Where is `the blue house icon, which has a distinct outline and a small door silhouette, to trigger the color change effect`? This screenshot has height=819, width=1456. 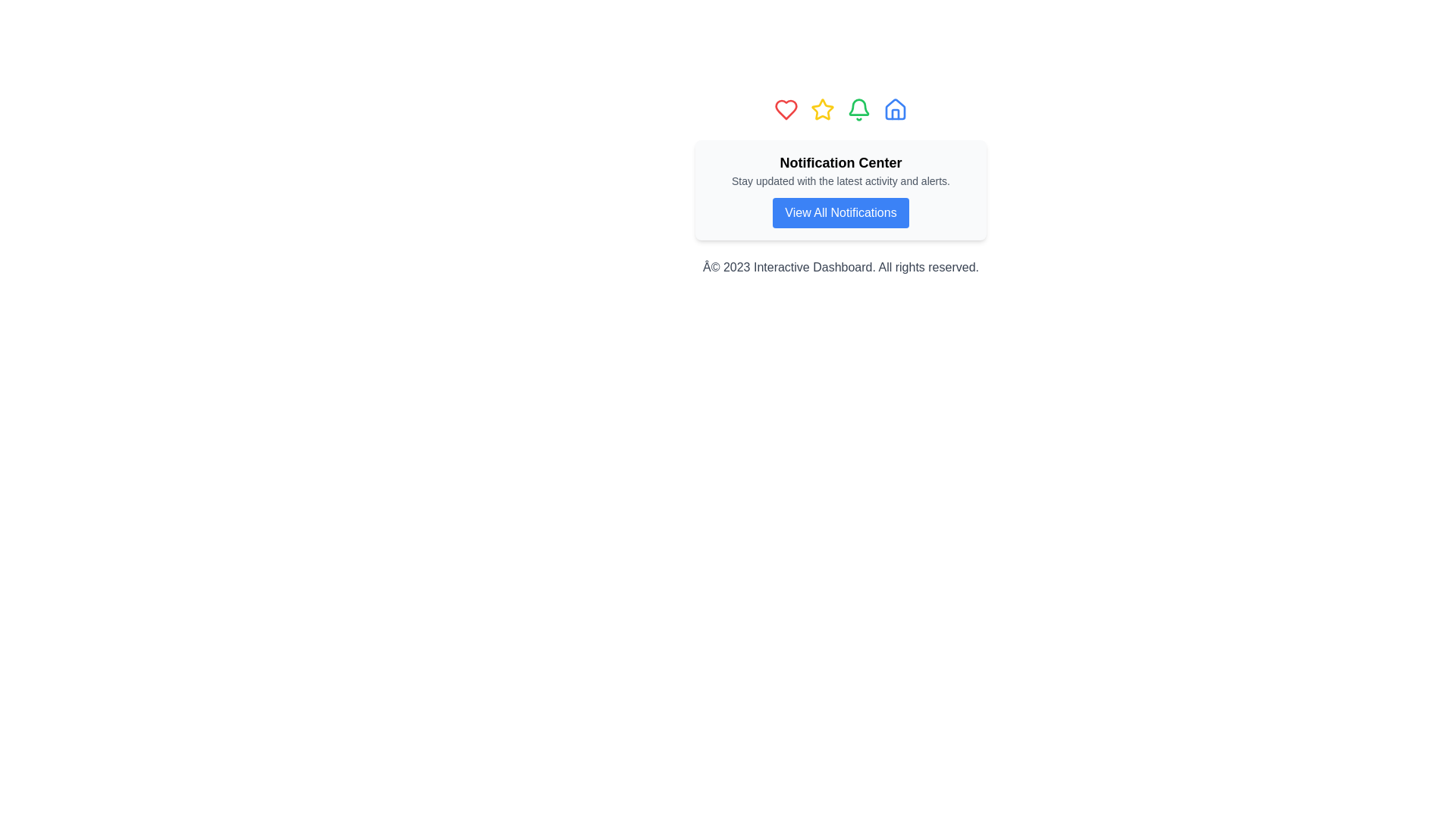
the blue house icon, which has a distinct outline and a small door silhouette, to trigger the color change effect is located at coordinates (895, 109).